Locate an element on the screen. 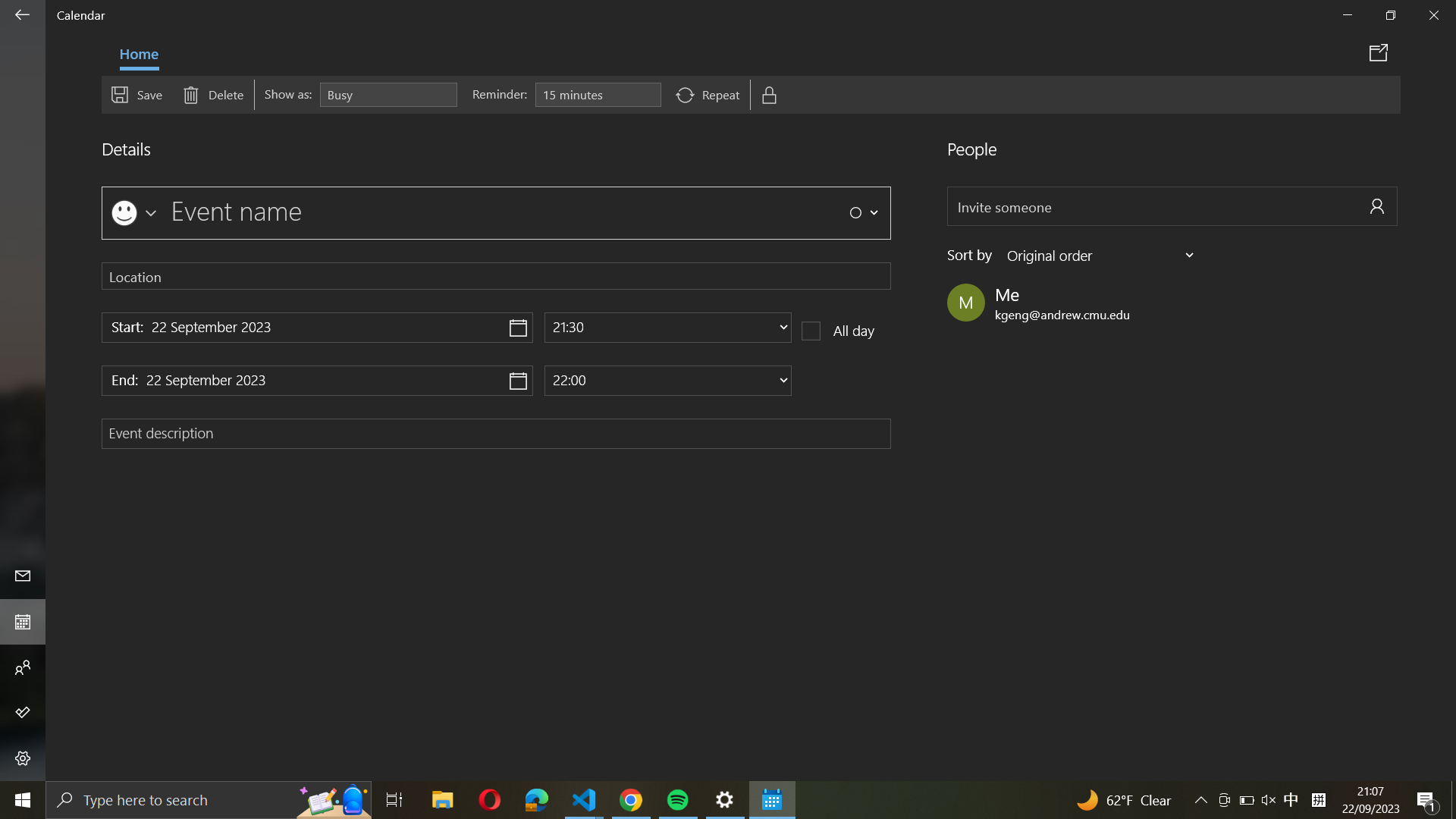  Insert a notification for an event is located at coordinates (597, 95).